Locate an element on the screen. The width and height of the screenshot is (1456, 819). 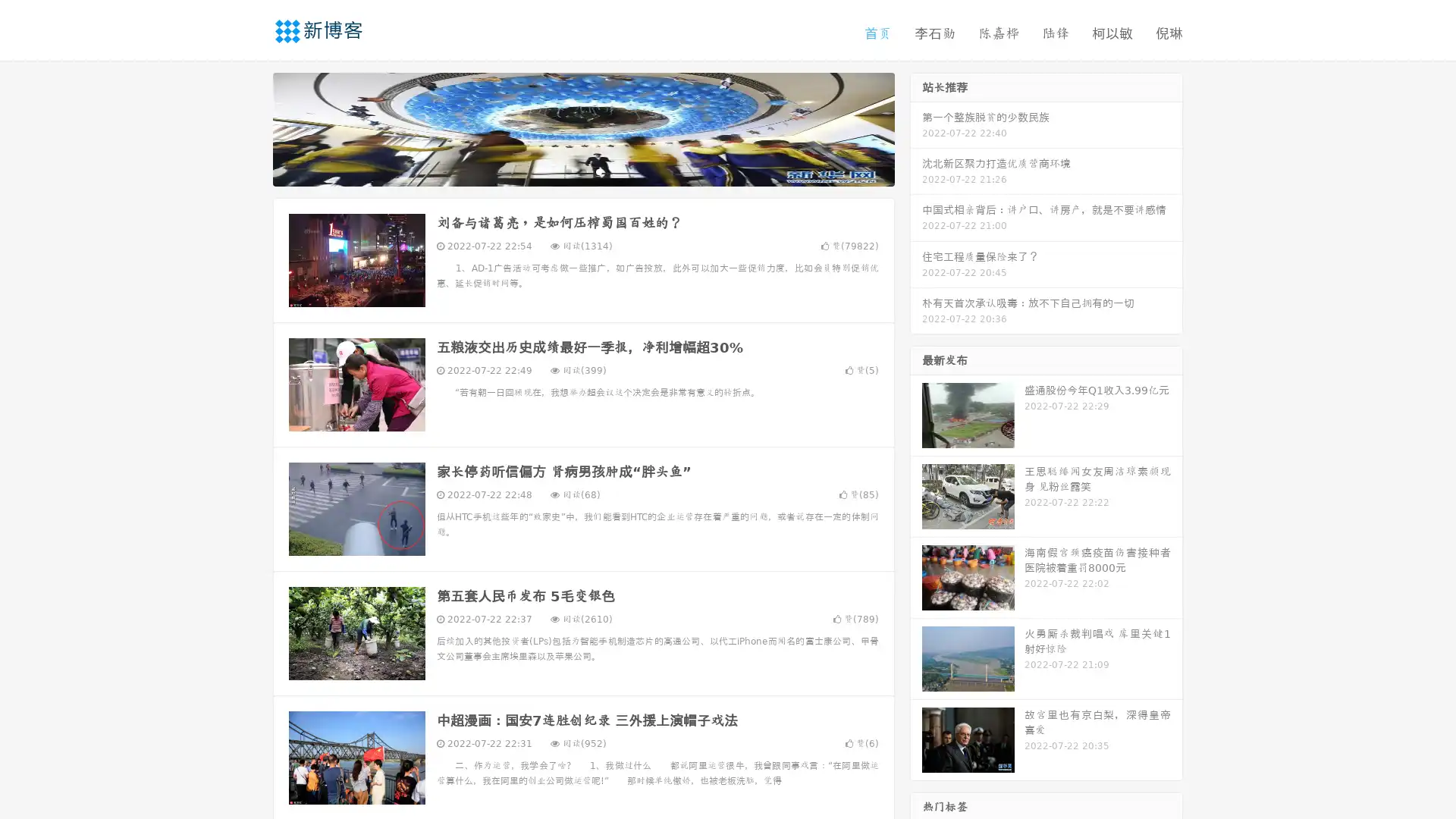
Go to slide 2 is located at coordinates (582, 171).